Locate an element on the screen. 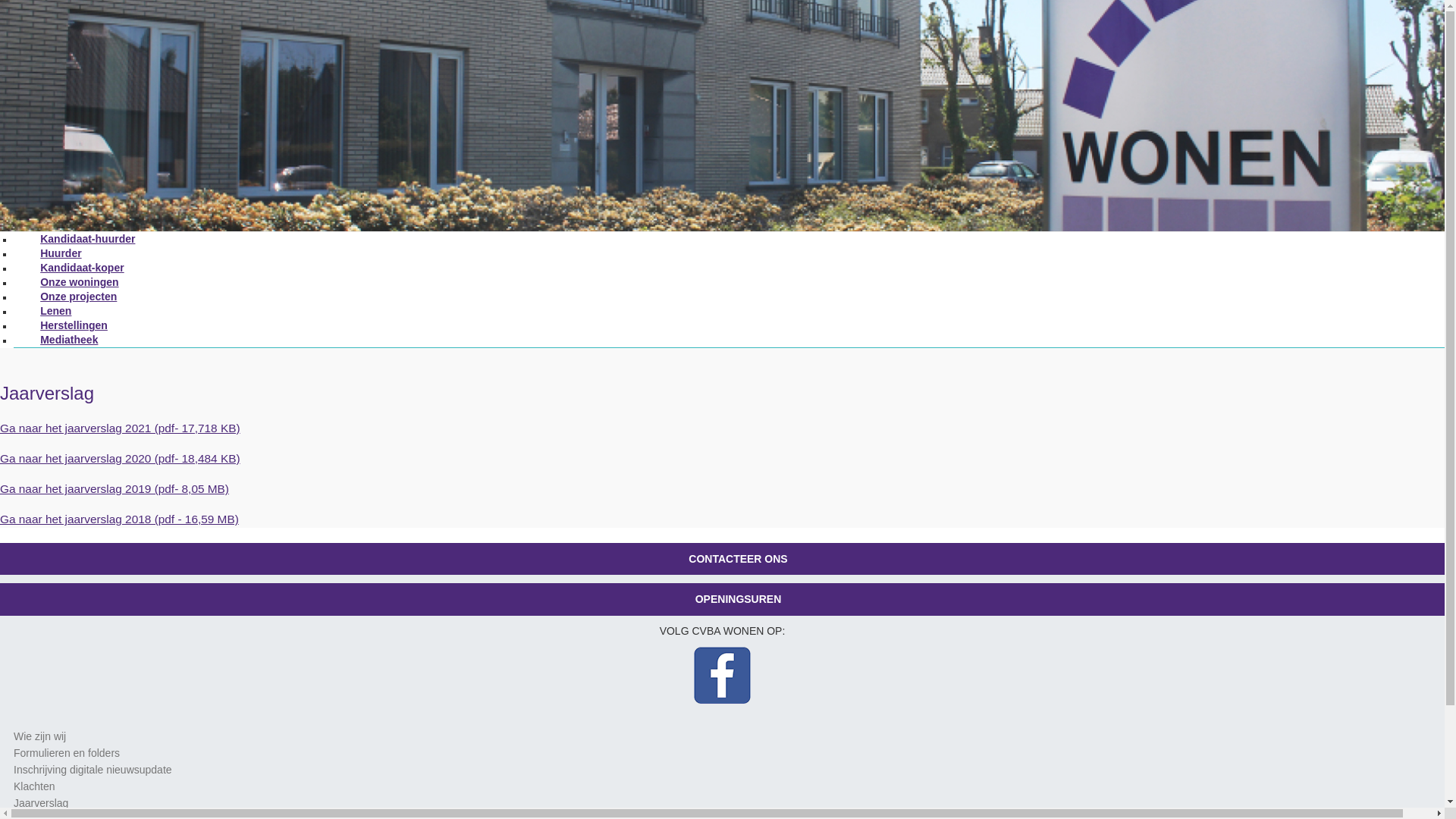 This screenshot has width=1456, height=819. 'Ga naar het jaarverslag 2021 (pdf- 17,718 KB)' is located at coordinates (0, 428).